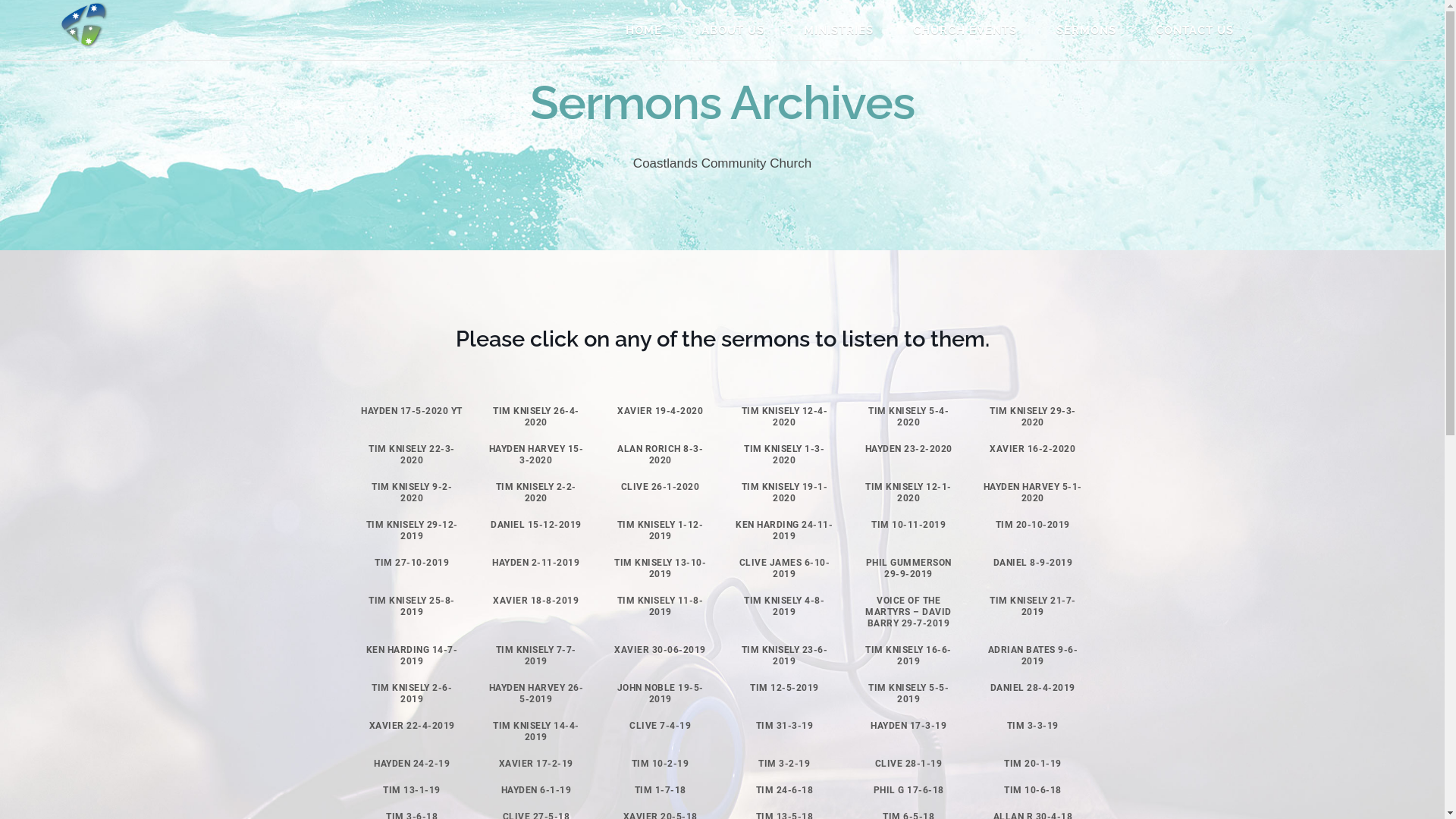  Describe the element at coordinates (536, 693) in the screenshot. I see `'HAYDEN HARVEY 26-5-2019'` at that location.